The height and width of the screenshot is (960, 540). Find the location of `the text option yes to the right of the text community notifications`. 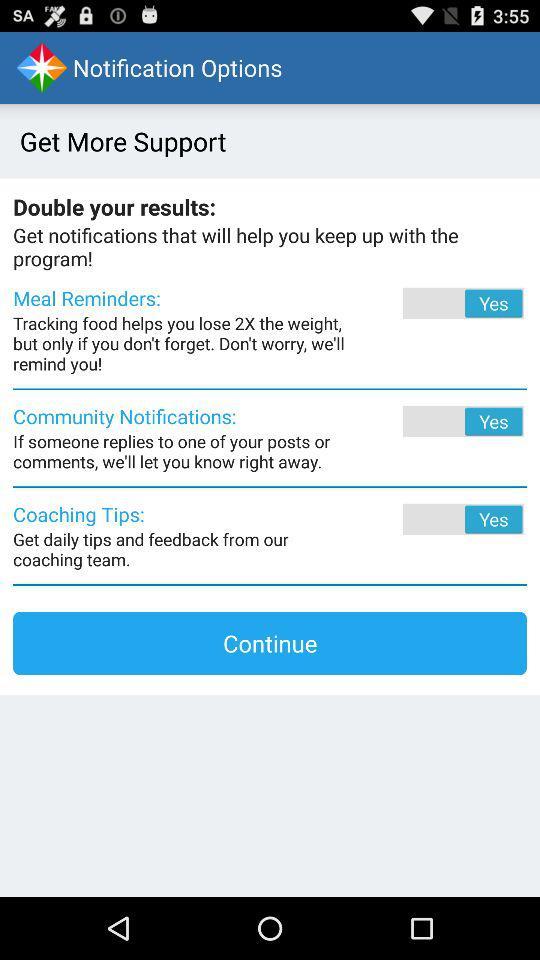

the text option yes to the right of the text community notifications is located at coordinates (436, 421).